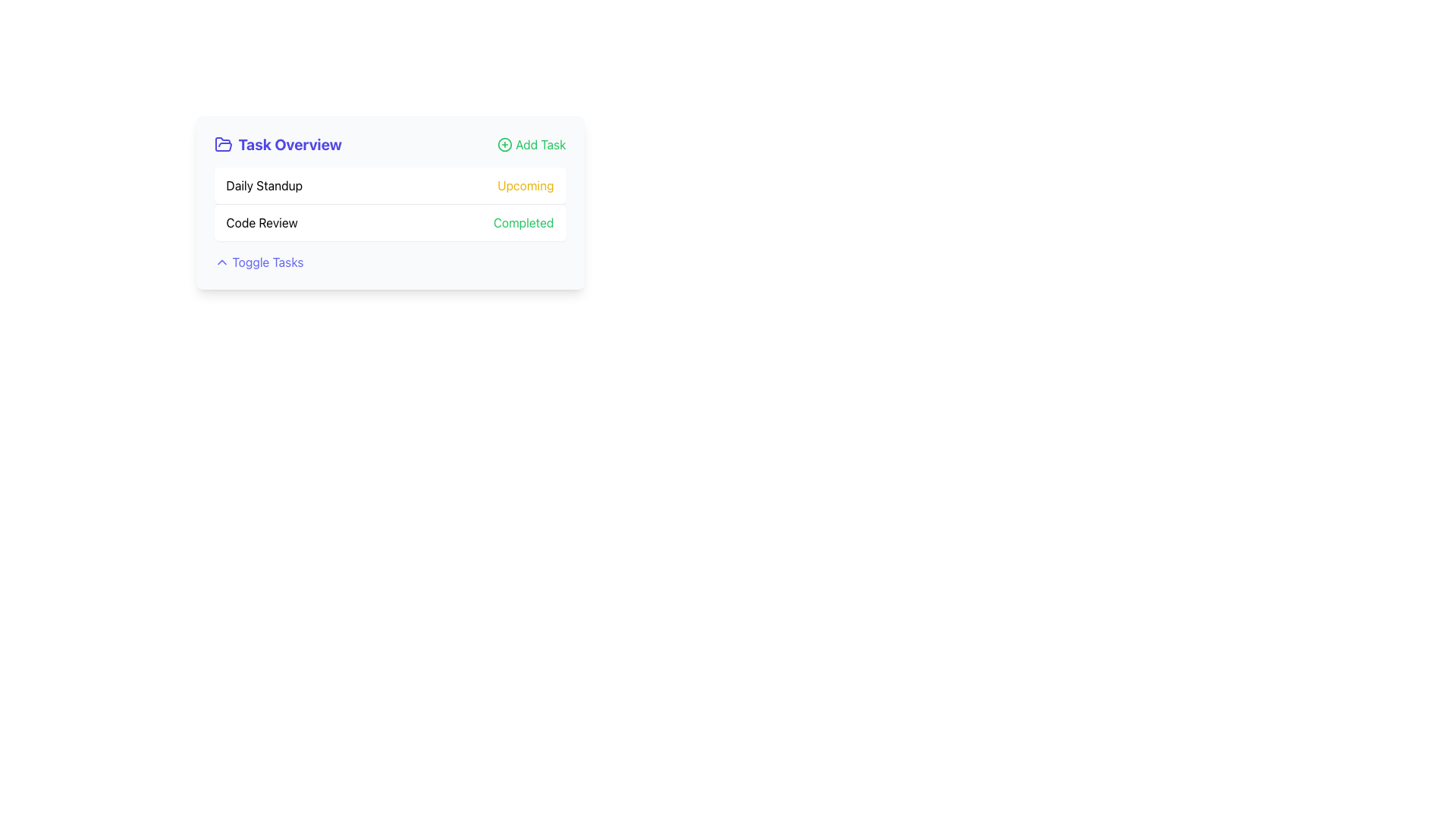 This screenshot has height=819, width=1456. Describe the element at coordinates (278, 145) in the screenshot. I see `the header text element with an icon located at the top-left corner of the card, which is adjacent to a green-colored 'Add Task' button` at that location.